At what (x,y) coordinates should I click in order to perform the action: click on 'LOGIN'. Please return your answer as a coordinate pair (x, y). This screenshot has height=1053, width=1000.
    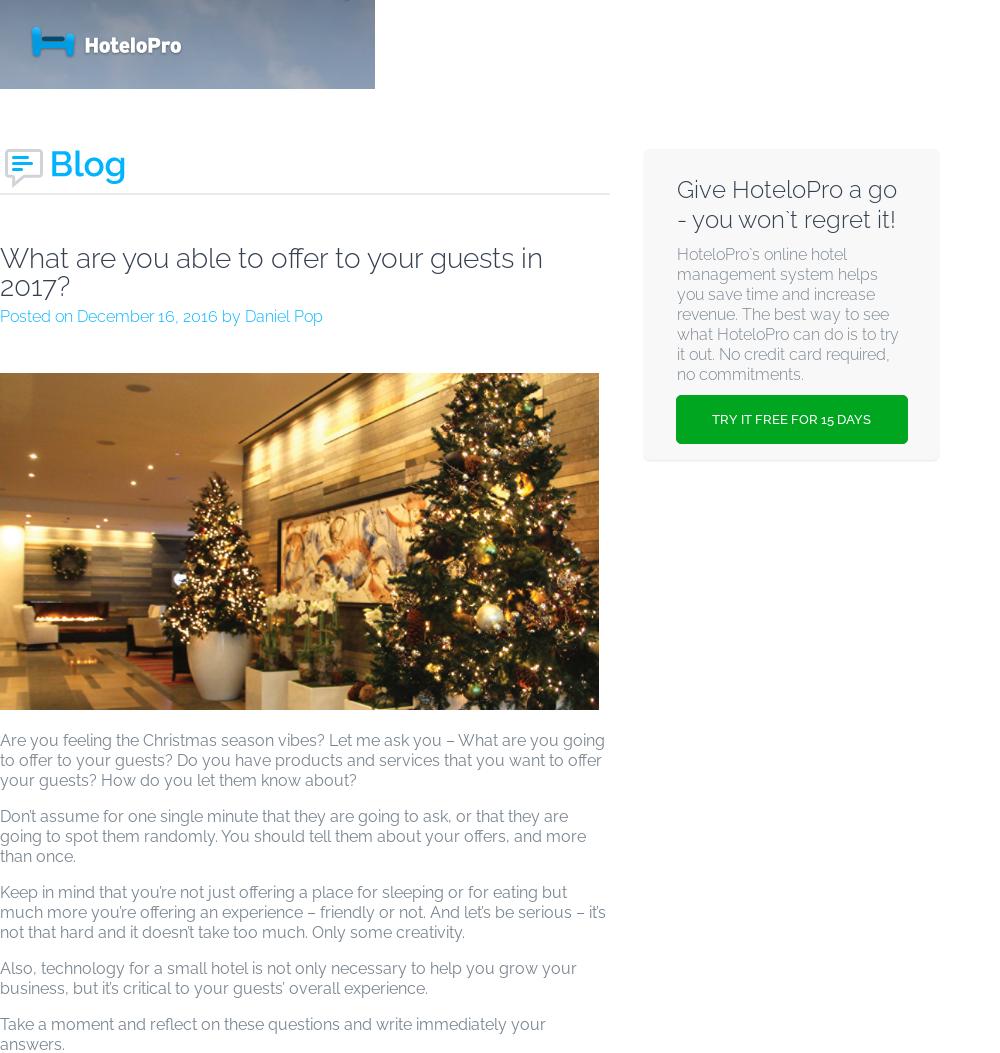
    Looking at the image, I should click on (812, 42).